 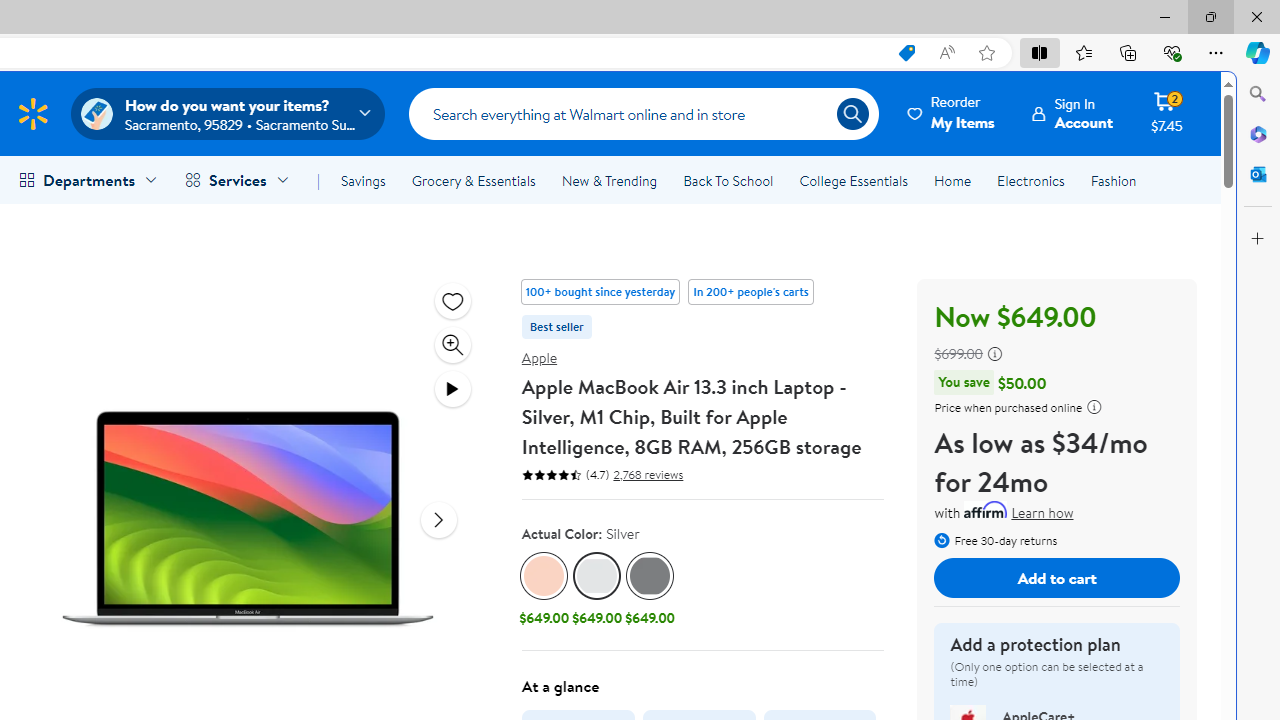 I want to click on 'Gold Gold, $649.00', so click(x=544, y=590).